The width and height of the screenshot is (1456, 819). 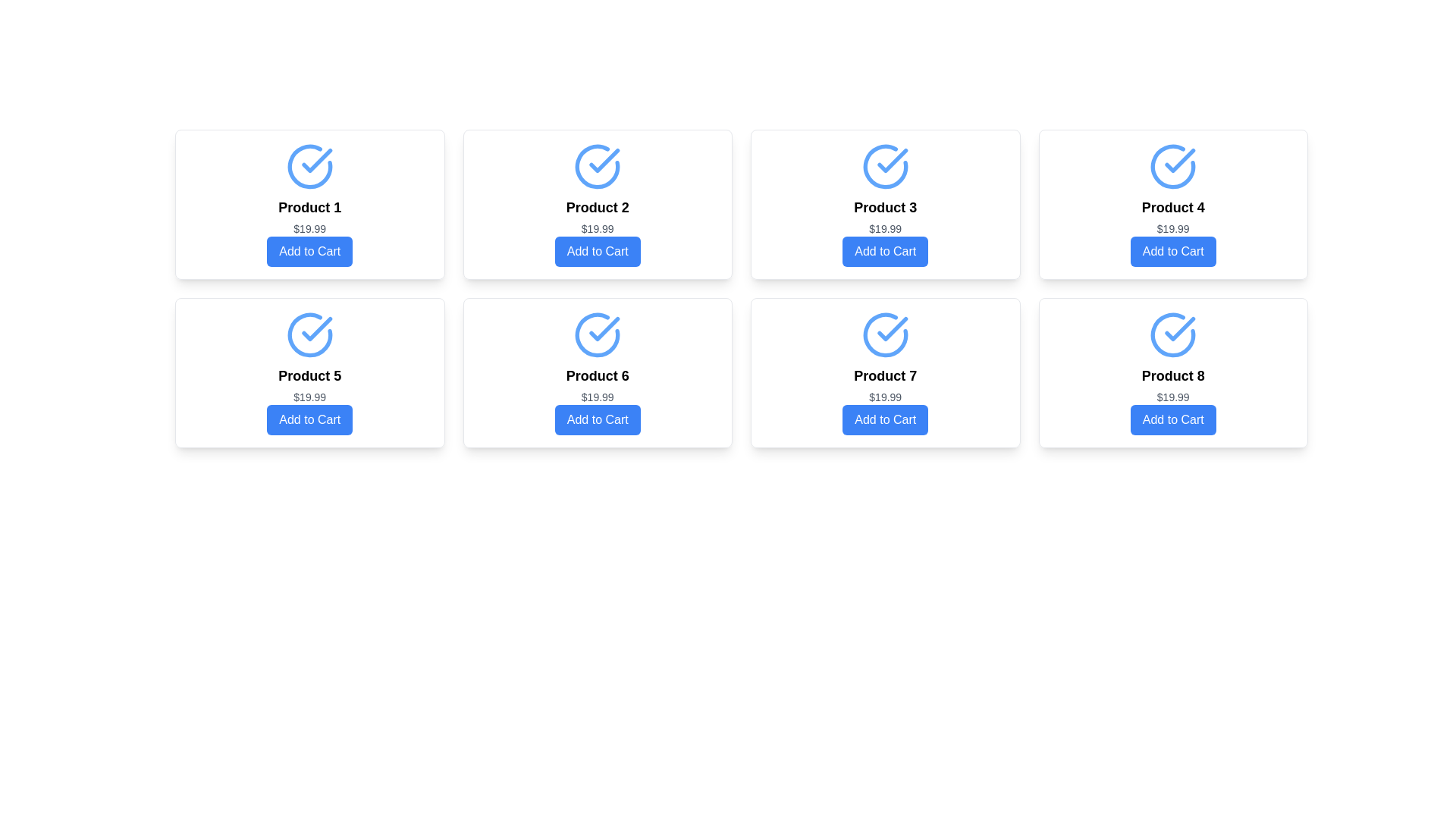 What do you see at coordinates (1172, 250) in the screenshot?
I see `the 'Add to Cart' button for 'Product 4' to change its color` at bounding box center [1172, 250].